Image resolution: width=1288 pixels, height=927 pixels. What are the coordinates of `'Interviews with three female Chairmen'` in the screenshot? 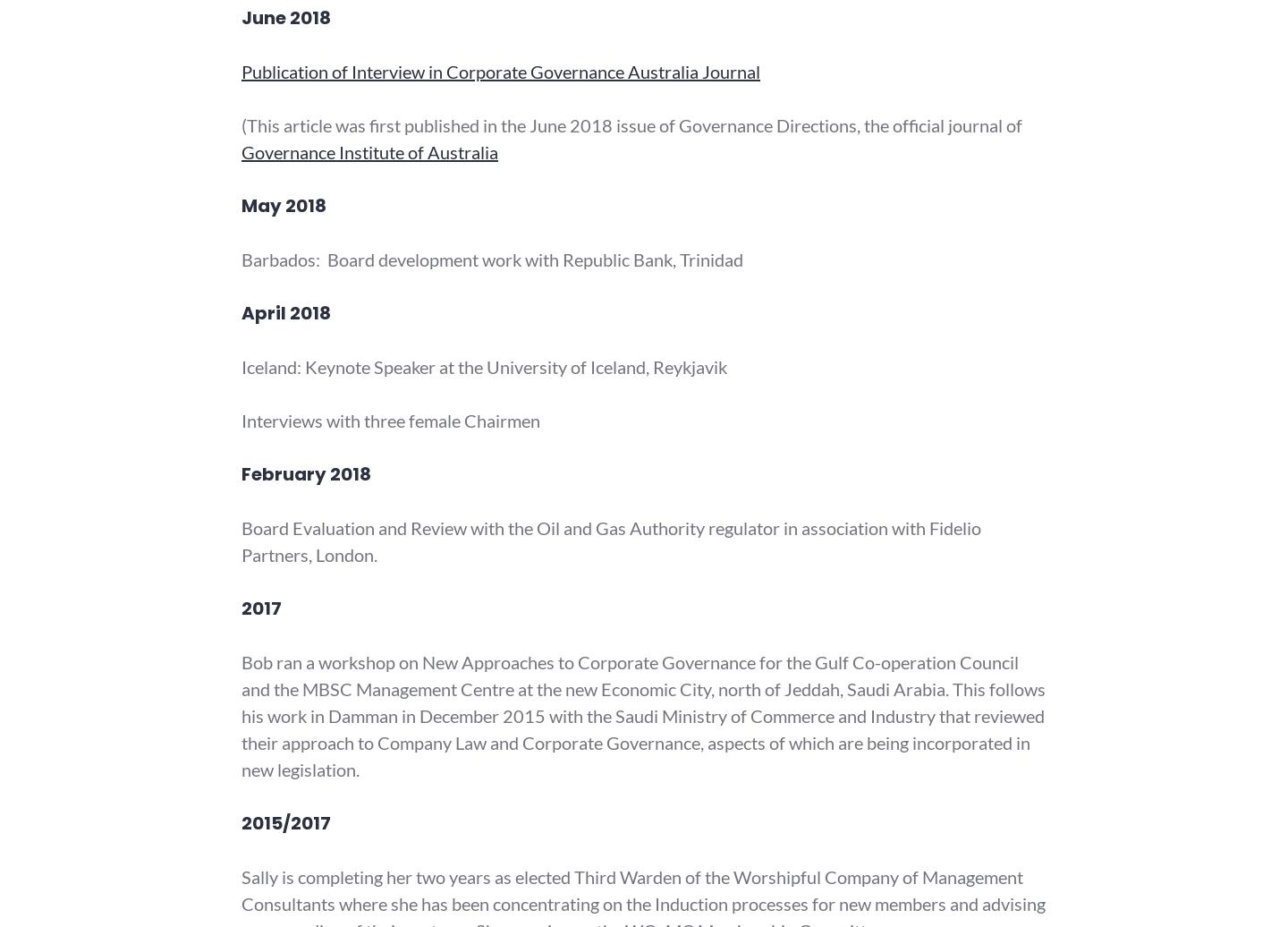 It's located at (391, 421).